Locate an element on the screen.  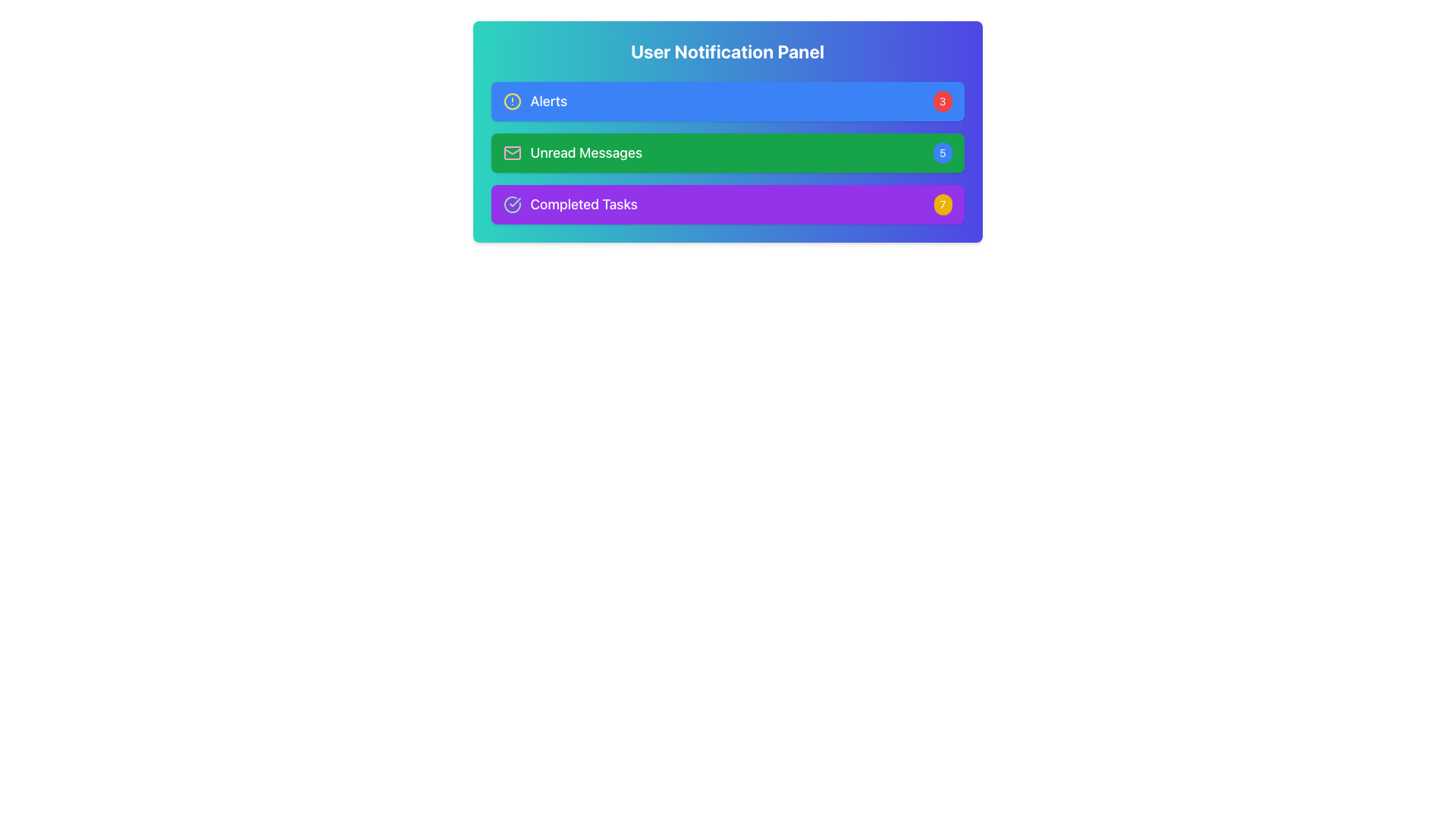
the Notification Item labeled 'Unread Messages' with a green background, located in the User Notification Panel, for interaction is located at coordinates (726, 152).